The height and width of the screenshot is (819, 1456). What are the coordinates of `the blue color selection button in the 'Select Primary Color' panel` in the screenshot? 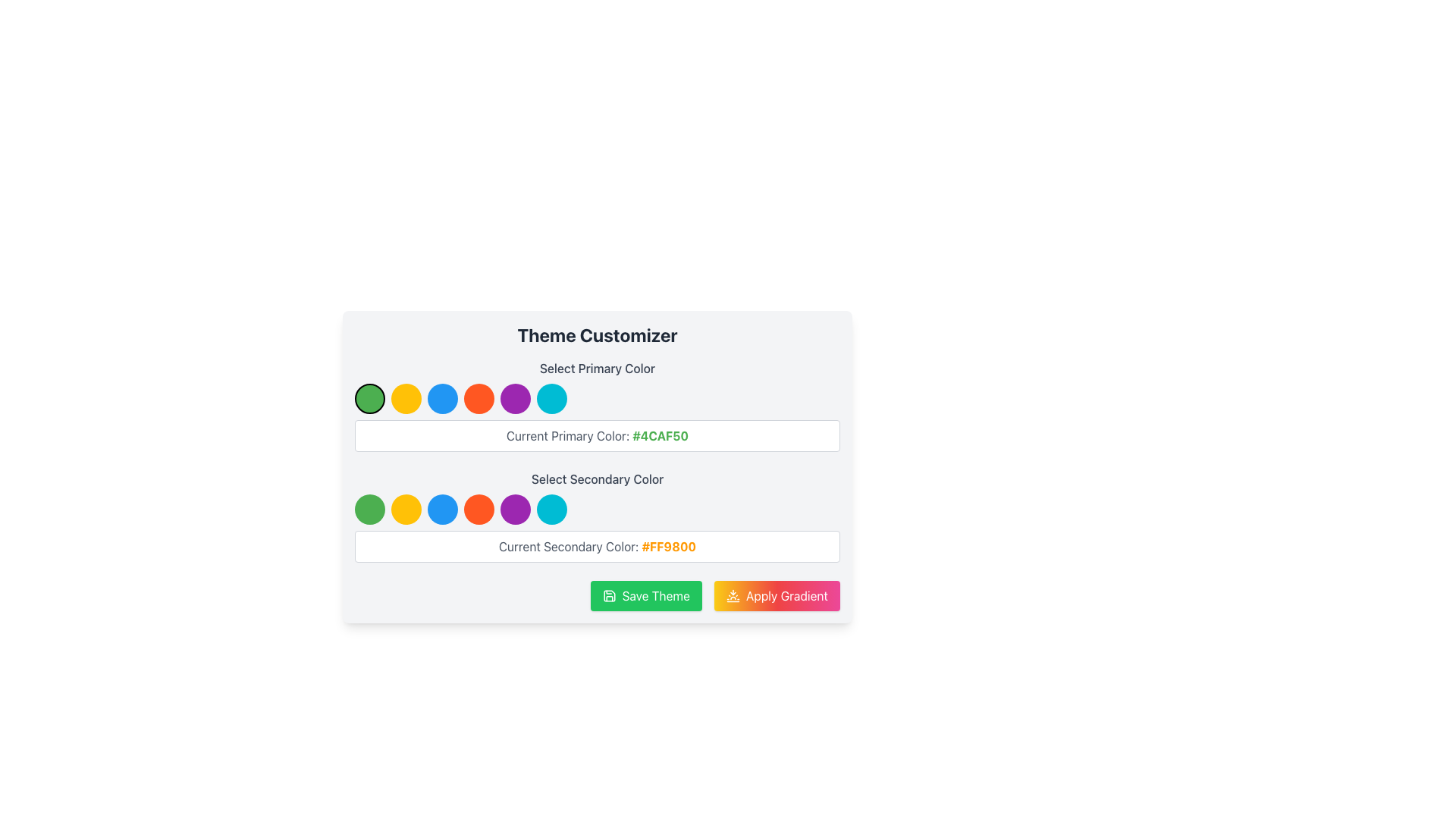 It's located at (442, 397).